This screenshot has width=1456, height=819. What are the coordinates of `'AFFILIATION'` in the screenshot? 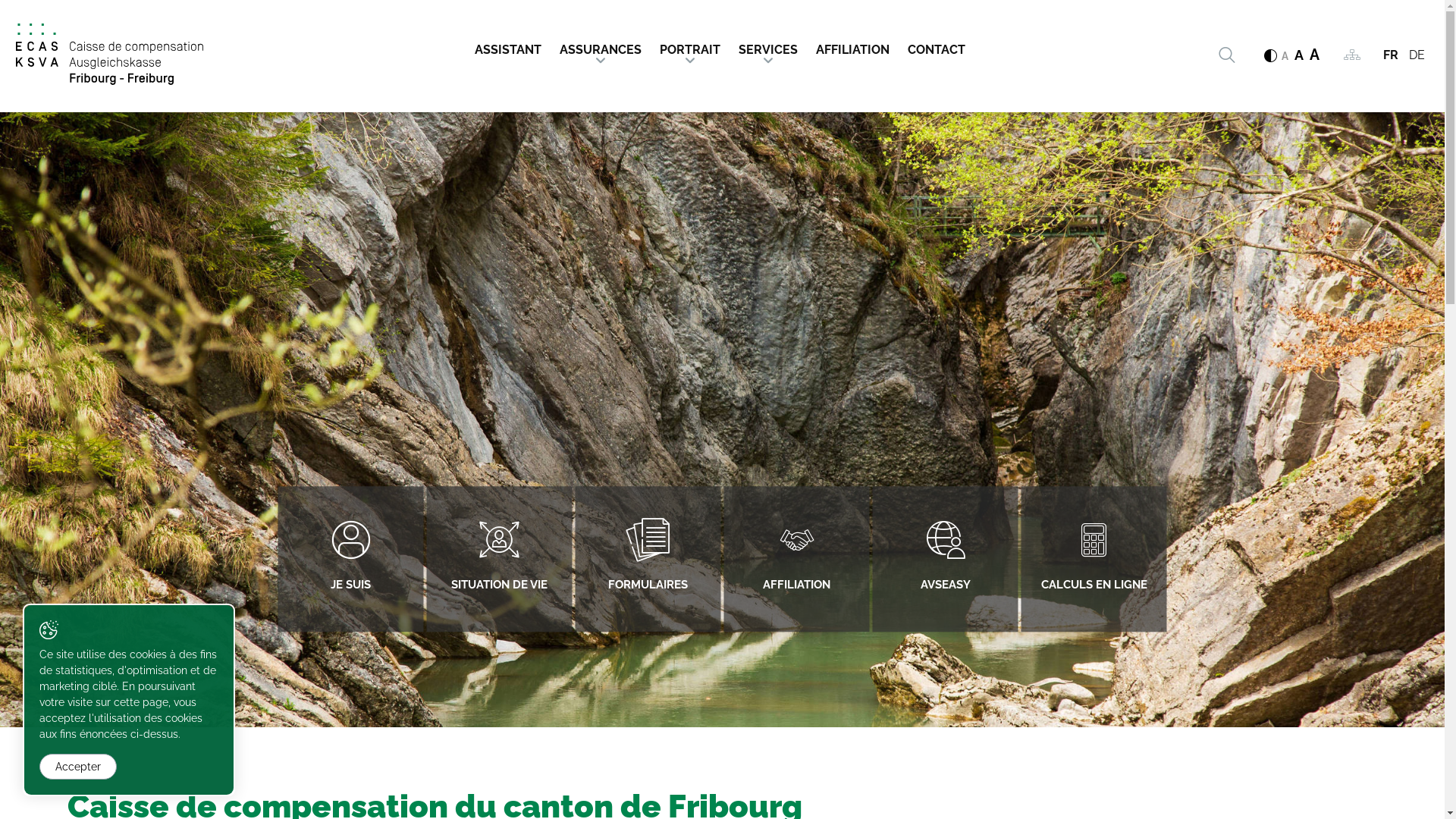 It's located at (795, 559).